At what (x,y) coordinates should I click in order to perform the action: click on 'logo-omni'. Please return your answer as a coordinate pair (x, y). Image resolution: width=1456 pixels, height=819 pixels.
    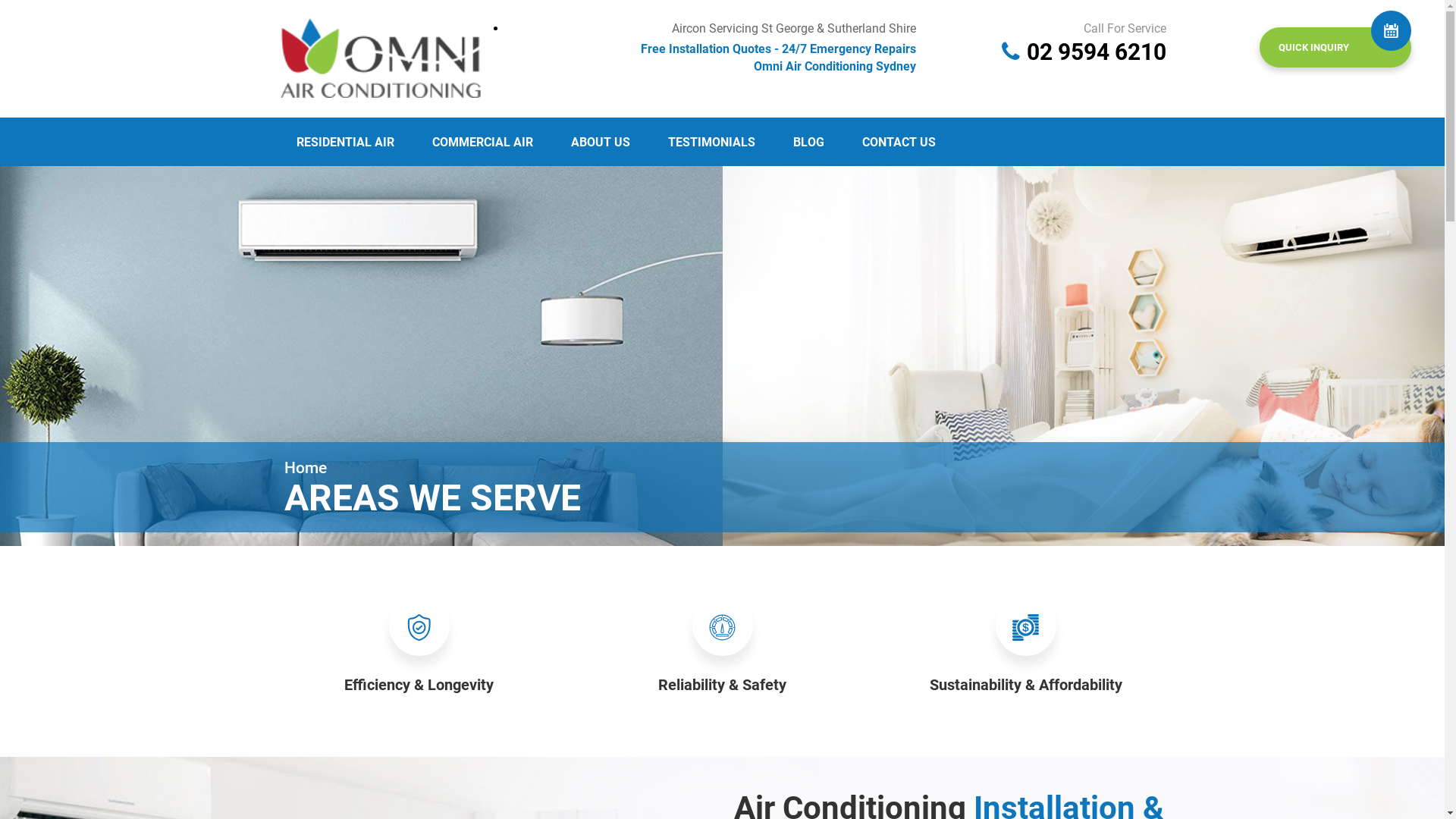
    Looking at the image, I should click on (381, 55).